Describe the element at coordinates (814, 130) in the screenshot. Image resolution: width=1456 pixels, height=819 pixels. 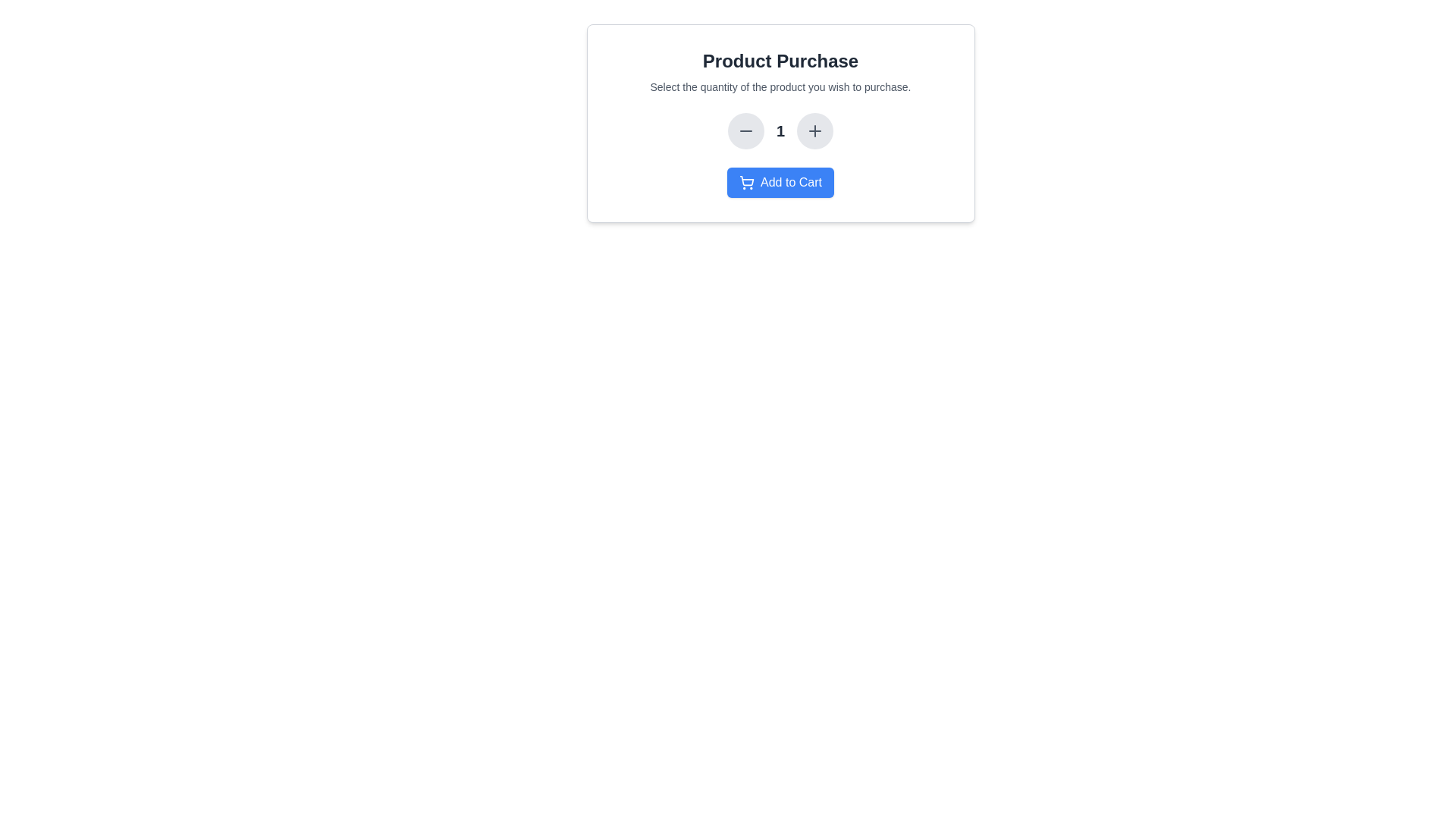
I see `the plus icon button, which is styled with a light gray background and represents the increment action in the quantity adjustment controls` at that location.